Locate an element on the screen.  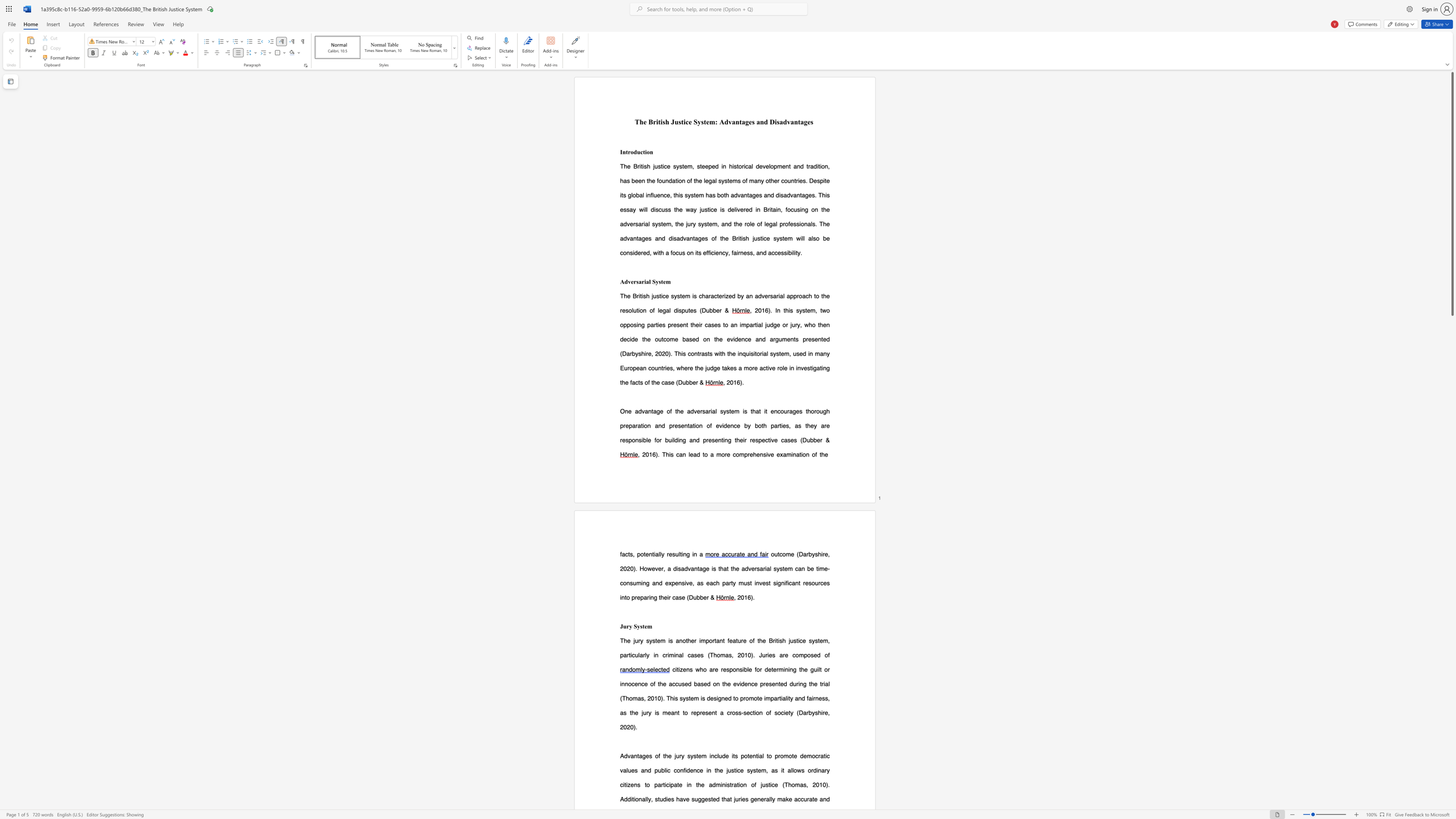
the 3th character "s" in the text is located at coordinates (745, 712).